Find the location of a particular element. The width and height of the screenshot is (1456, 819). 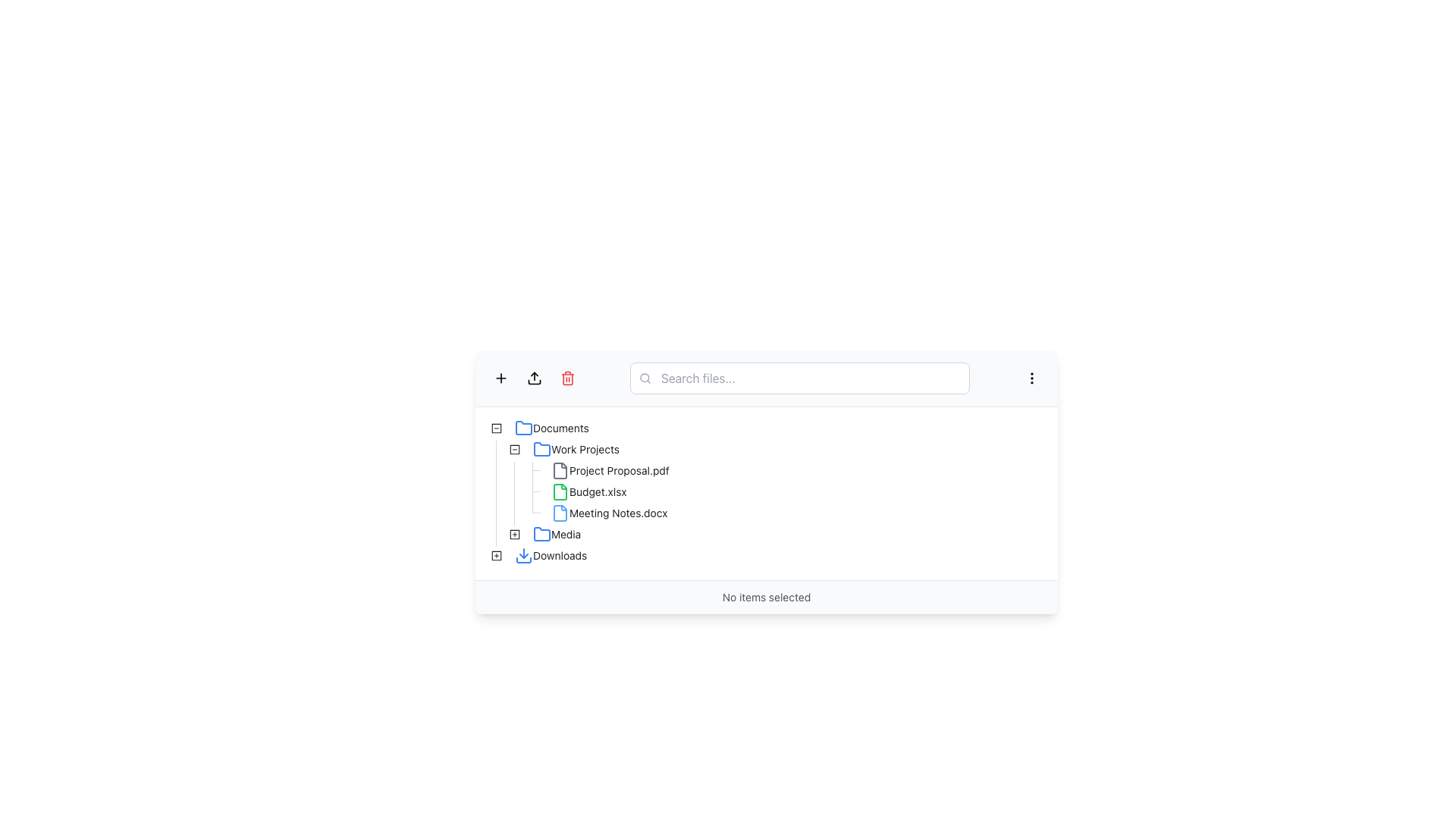

the icon associated with the PDF document 'Project Proposal.pdf' located inside the 'Work Projects' folder is located at coordinates (560, 470).